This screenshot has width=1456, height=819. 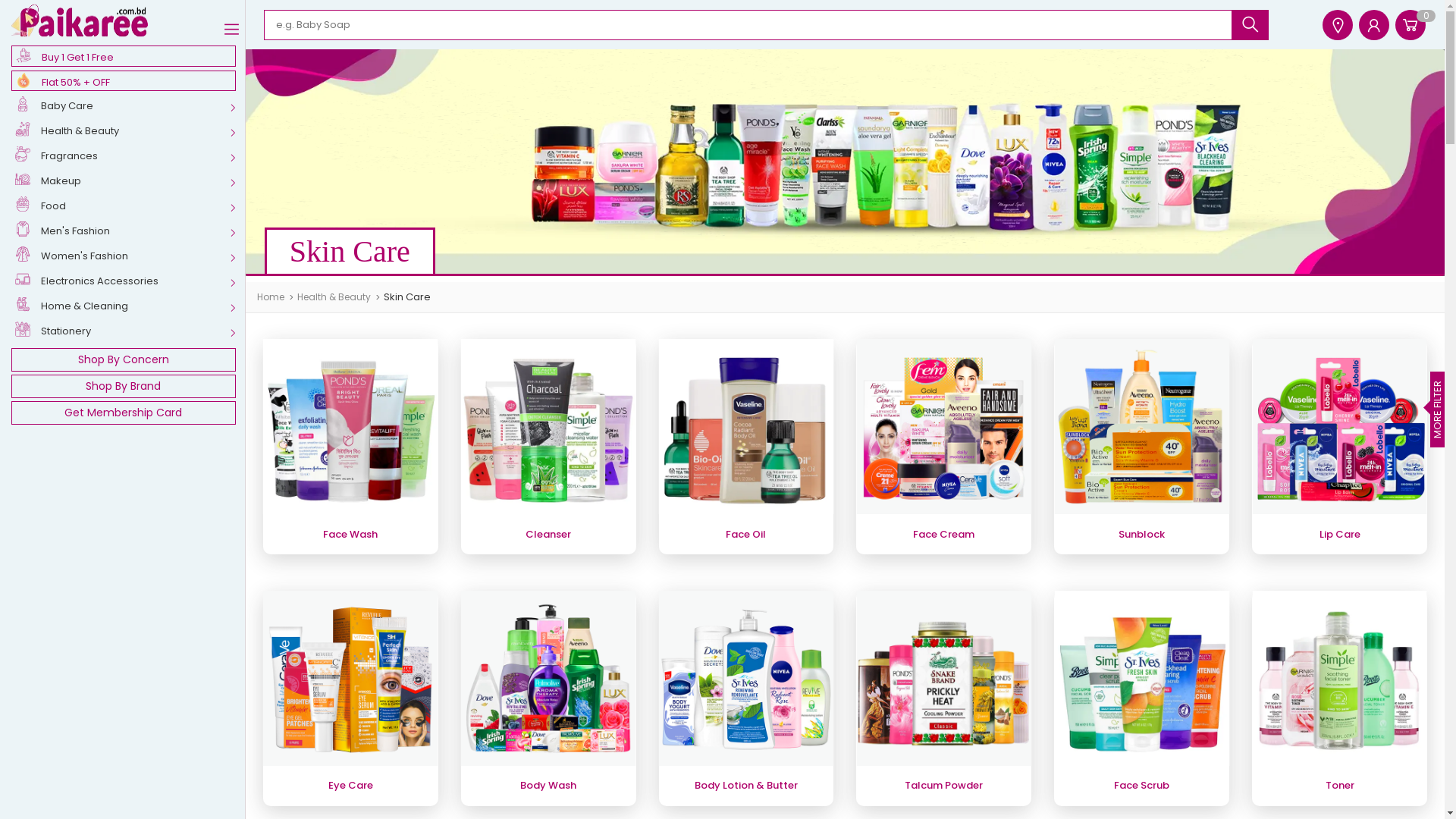 I want to click on 'Body Lotion & Butter', so click(x=746, y=698).